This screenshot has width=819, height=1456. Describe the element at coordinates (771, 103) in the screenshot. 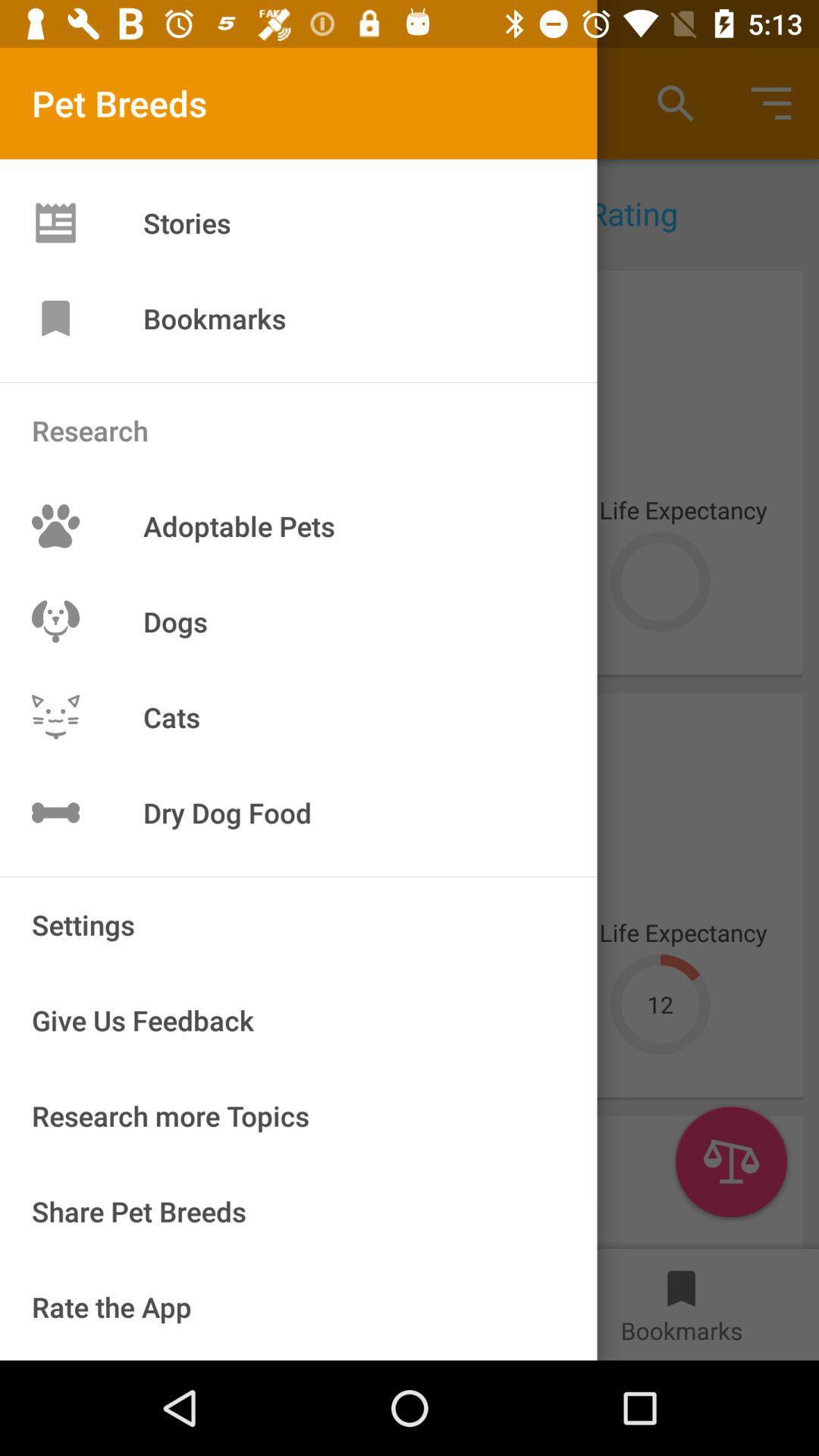

I see `the menu icon on the top right corner` at that location.